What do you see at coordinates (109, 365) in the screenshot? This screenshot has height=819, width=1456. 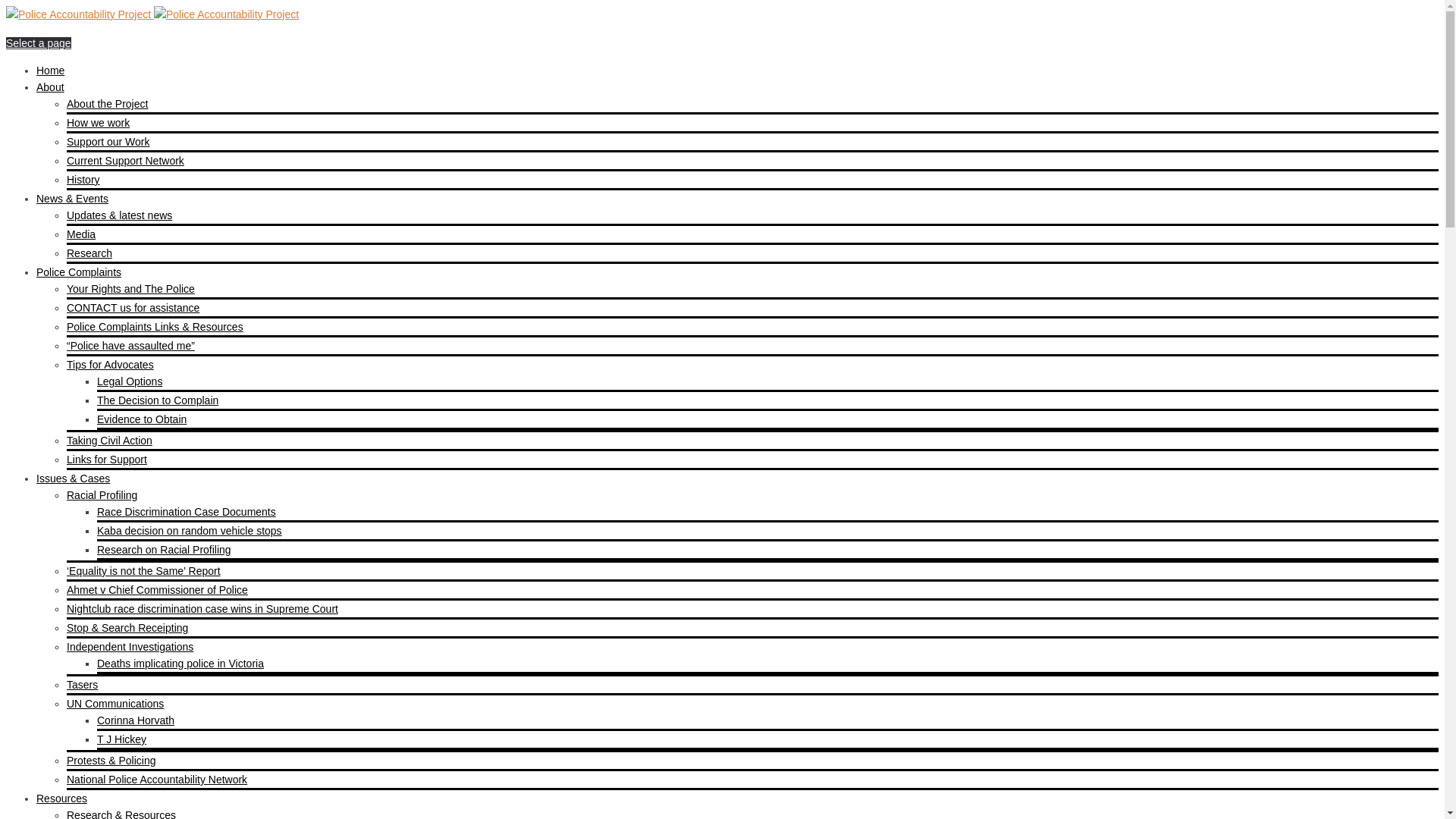 I see `'Tips for Advocates'` at bounding box center [109, 365].